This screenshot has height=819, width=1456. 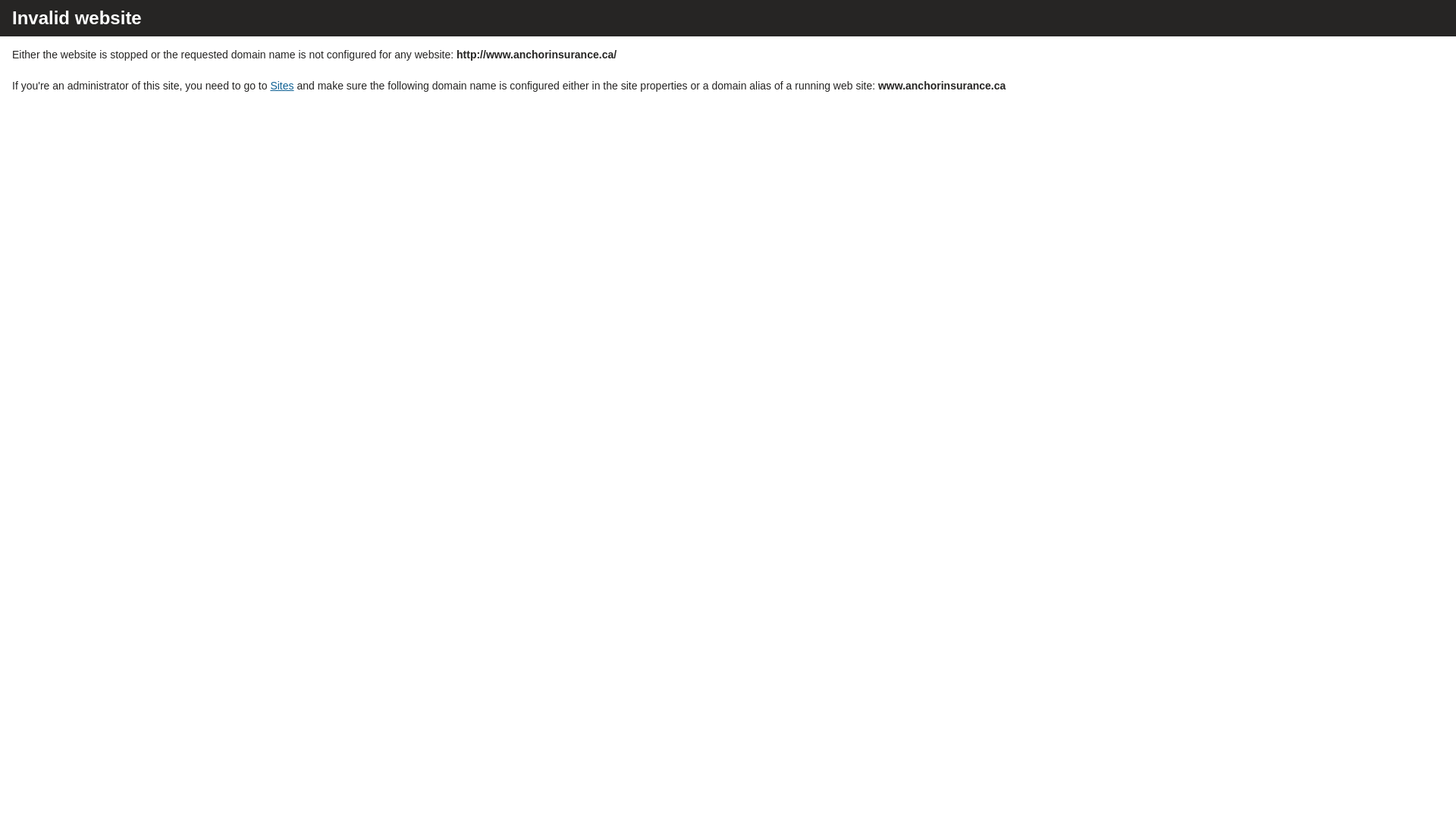 I want to click on 'Sites', so click(x=281, y=85).